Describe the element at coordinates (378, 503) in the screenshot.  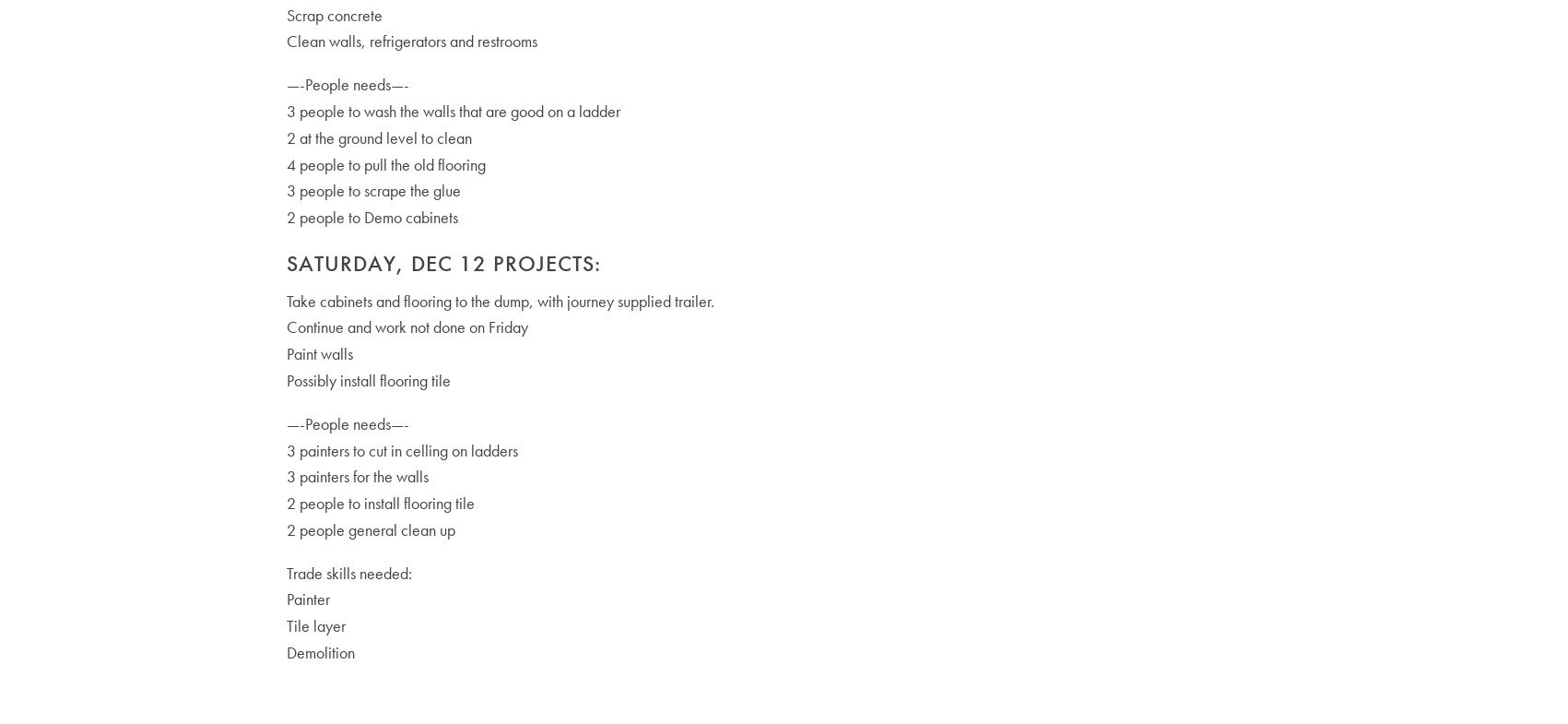
I see `'2 people to install flooring tile'` at that location.